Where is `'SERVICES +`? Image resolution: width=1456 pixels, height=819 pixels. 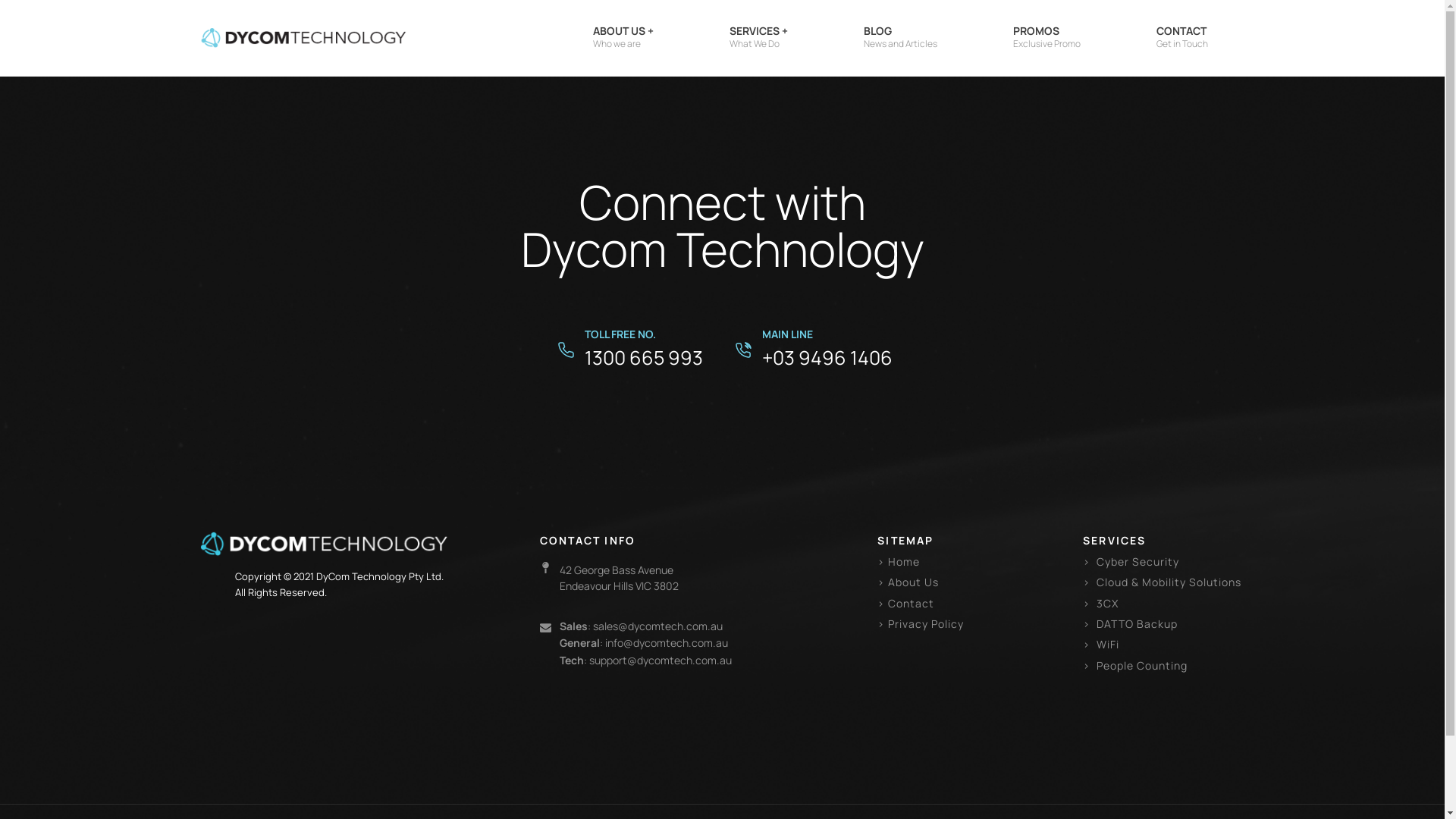 'SERVICES + is located at coordinates (758, 37).